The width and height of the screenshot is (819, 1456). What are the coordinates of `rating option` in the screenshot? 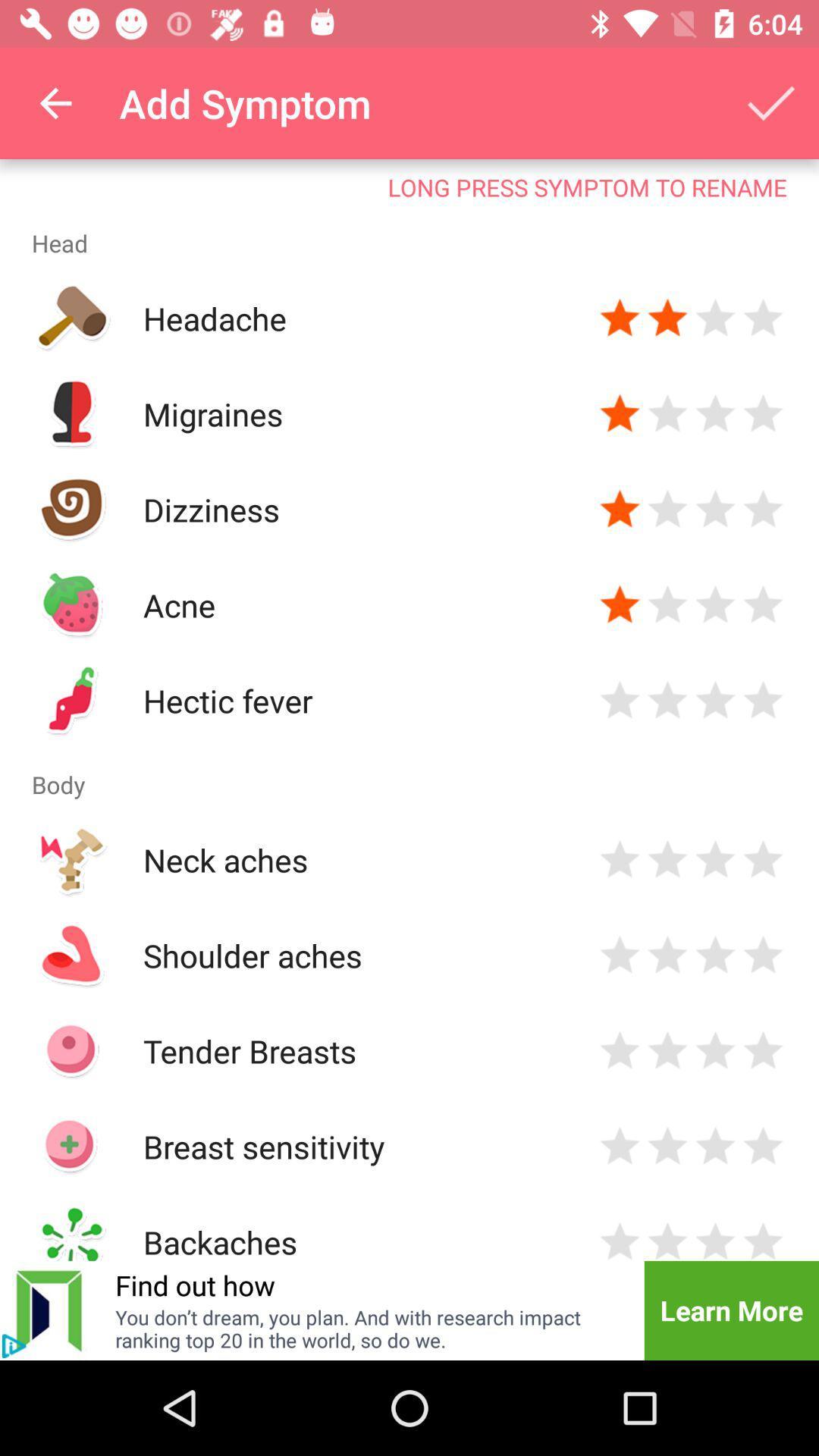 It's located at (715, 700).